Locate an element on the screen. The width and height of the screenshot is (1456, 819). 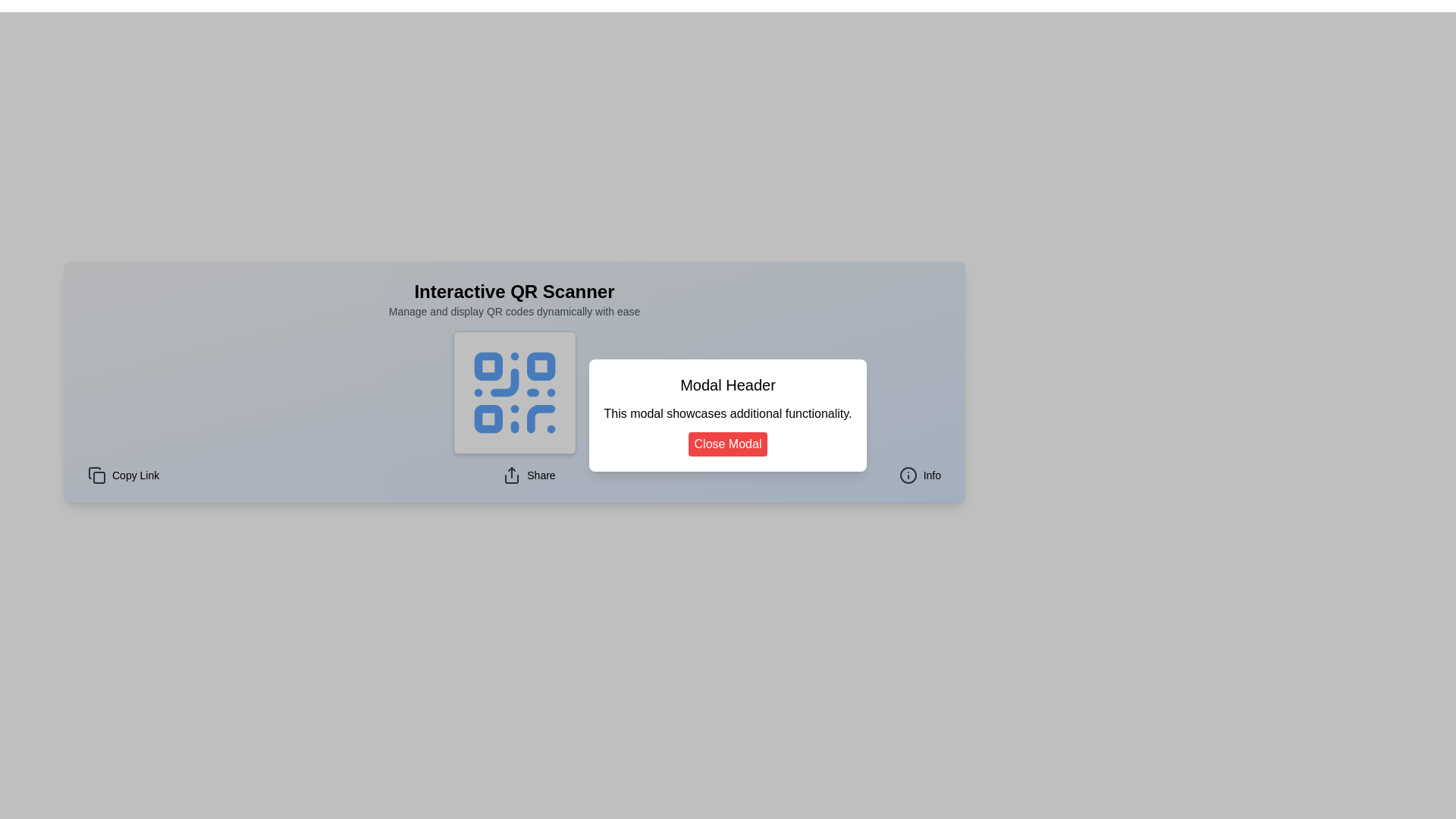
the share icon located within the 'Share' button group, positioned to the left of the 'Share' text label, to initiate a share action is located at coordinates (512, 475).